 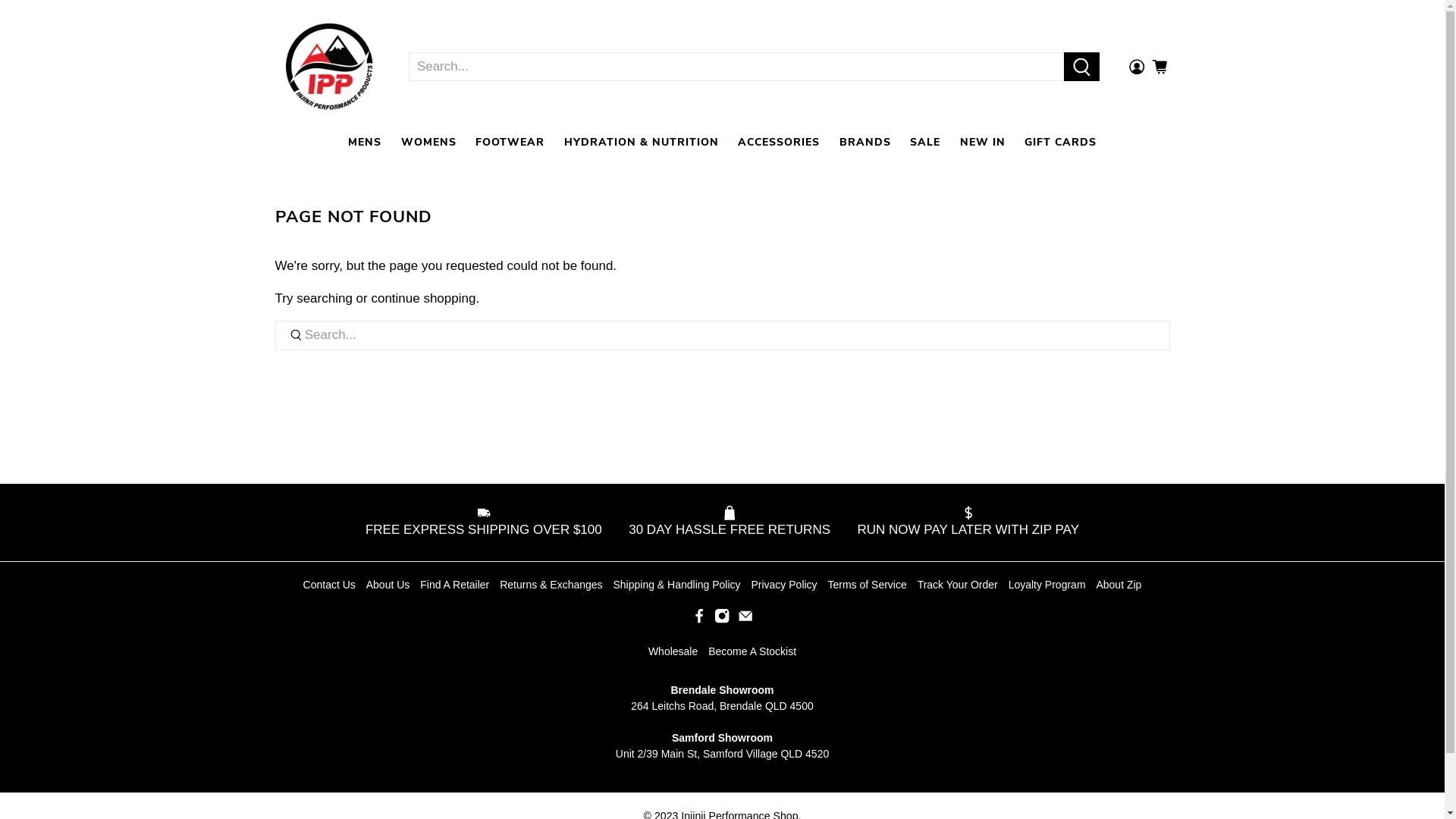 What do you see at coordinates (783, 584) in the screenshot?
I see `'Privacy Policy'` at bounding box center [783, 584].